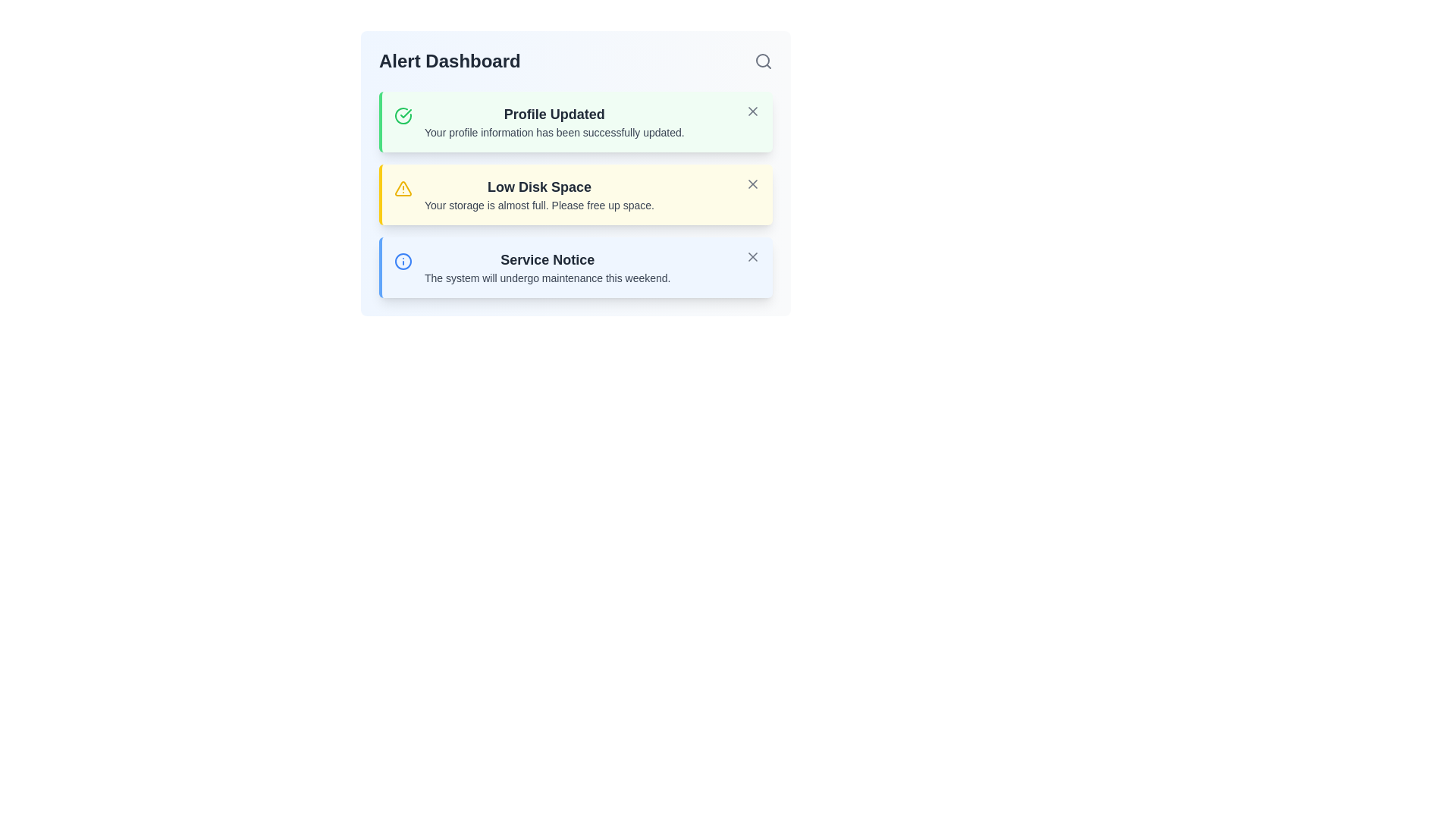 This screenshot has width=1456, height=819. What do you see at coordinates (753, 110) in the screenshot?
I see `the close button represented by an 'X' icon in the upper-right corner of the 'Profile Updated' notification area` at bounding box center [753, 110].